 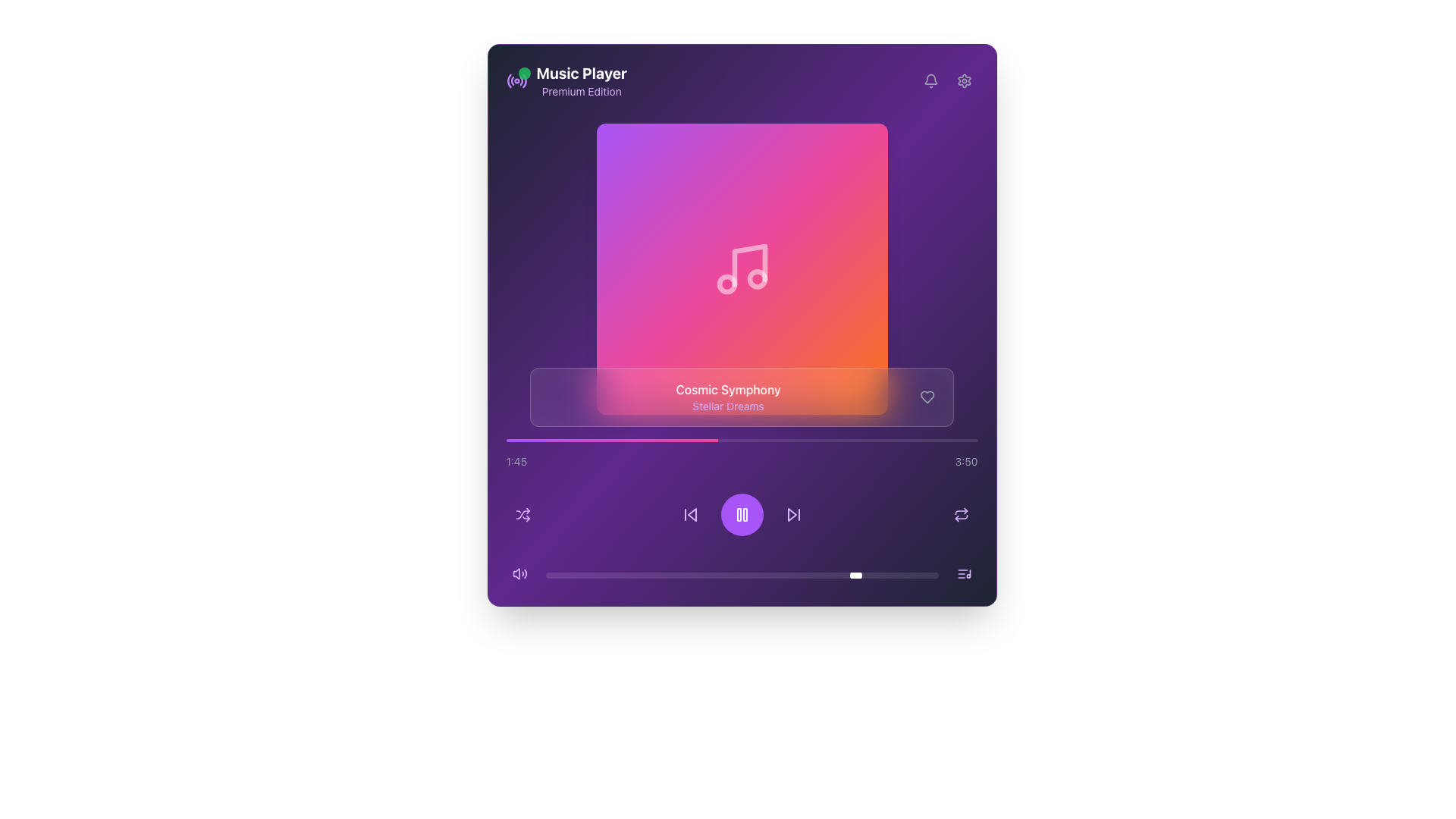 I want to click on the slider, so click(x=674, y=576).